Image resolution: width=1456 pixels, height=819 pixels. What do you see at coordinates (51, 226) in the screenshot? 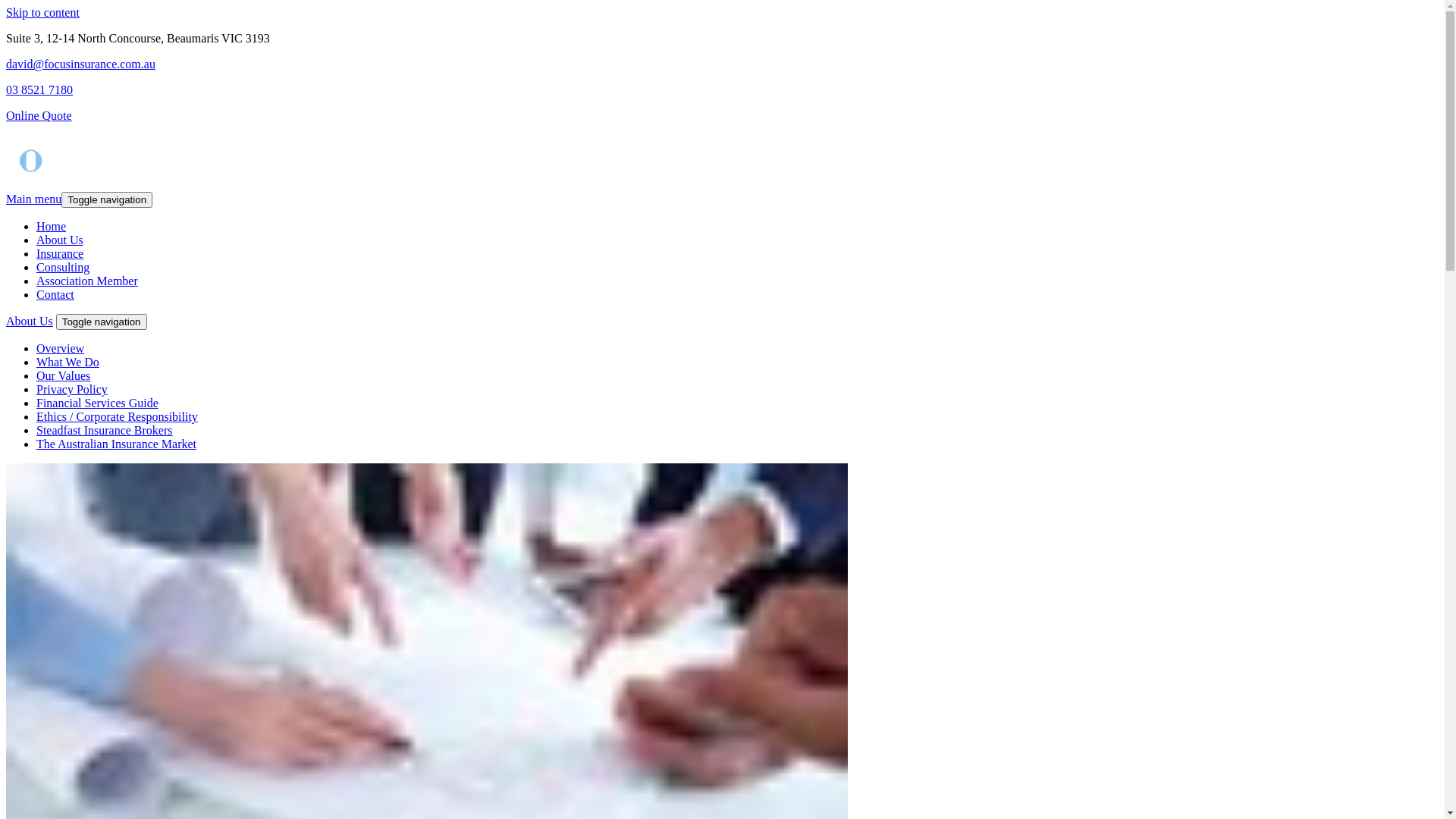
I see `'Home'` at bounding box center [51, 226].